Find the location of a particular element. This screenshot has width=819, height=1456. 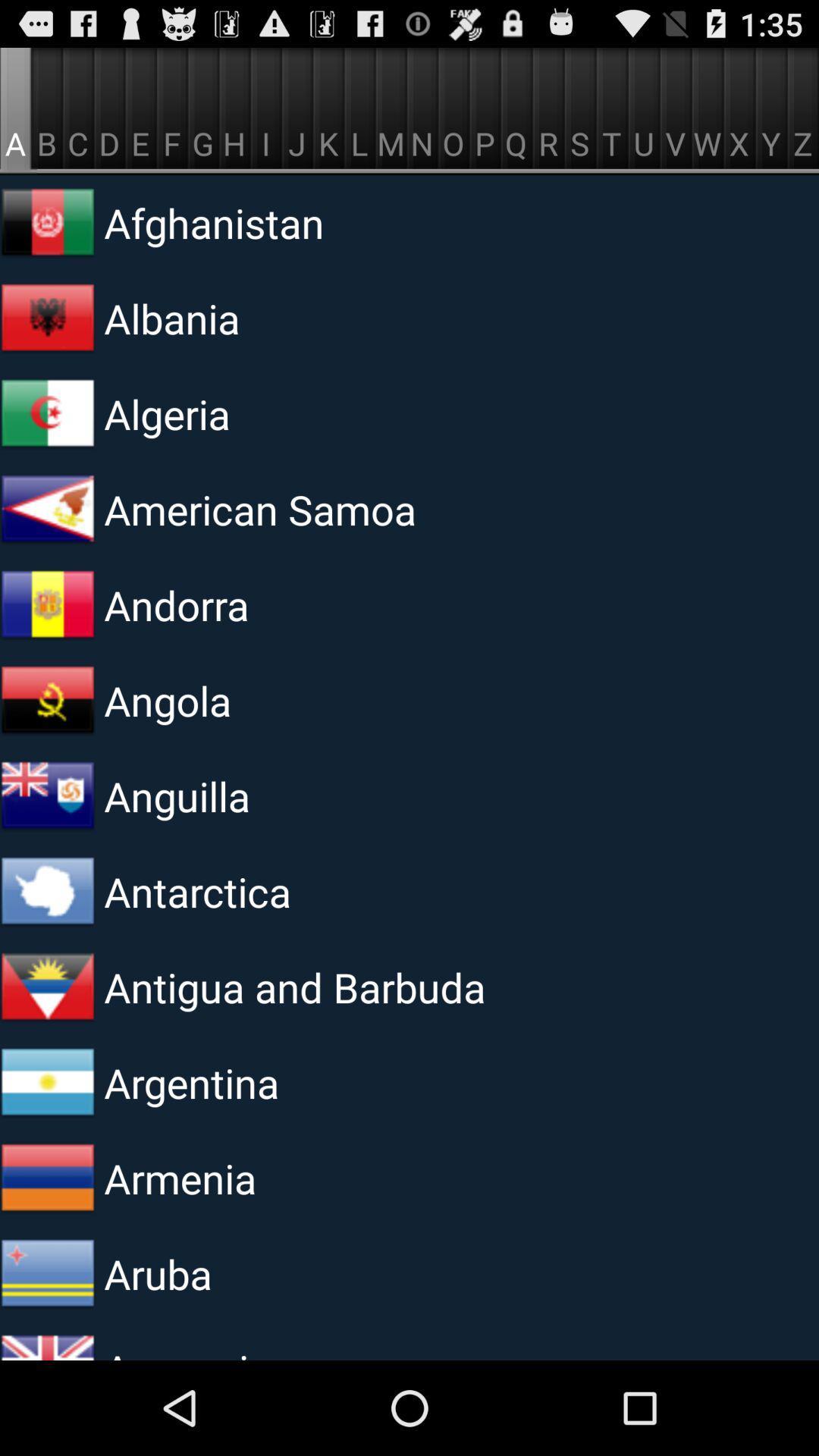

icon next to the argentina is located at coordinates (46, 1082).